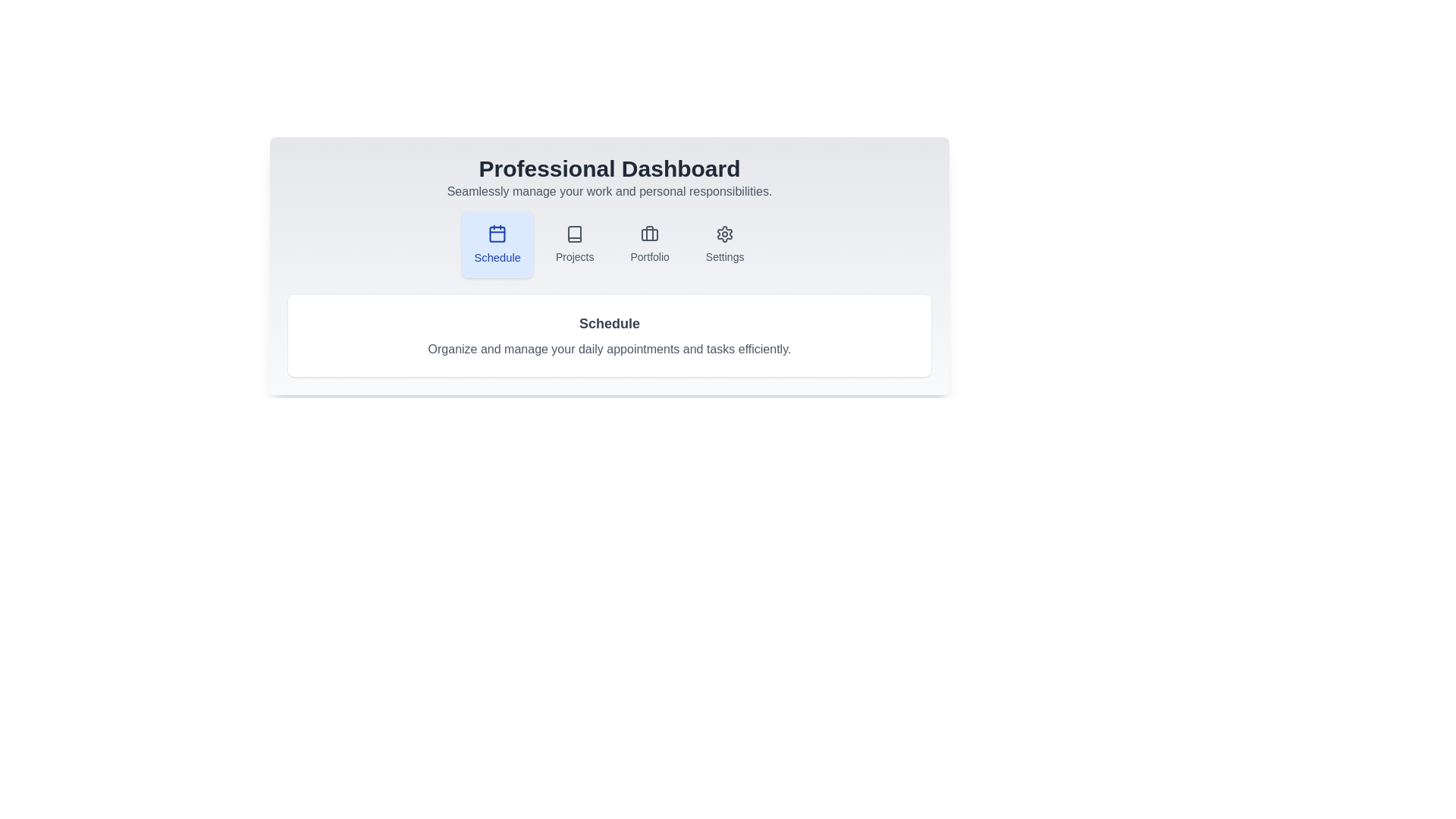  I want to click on the tab associated with Settings, so click(723, 244).